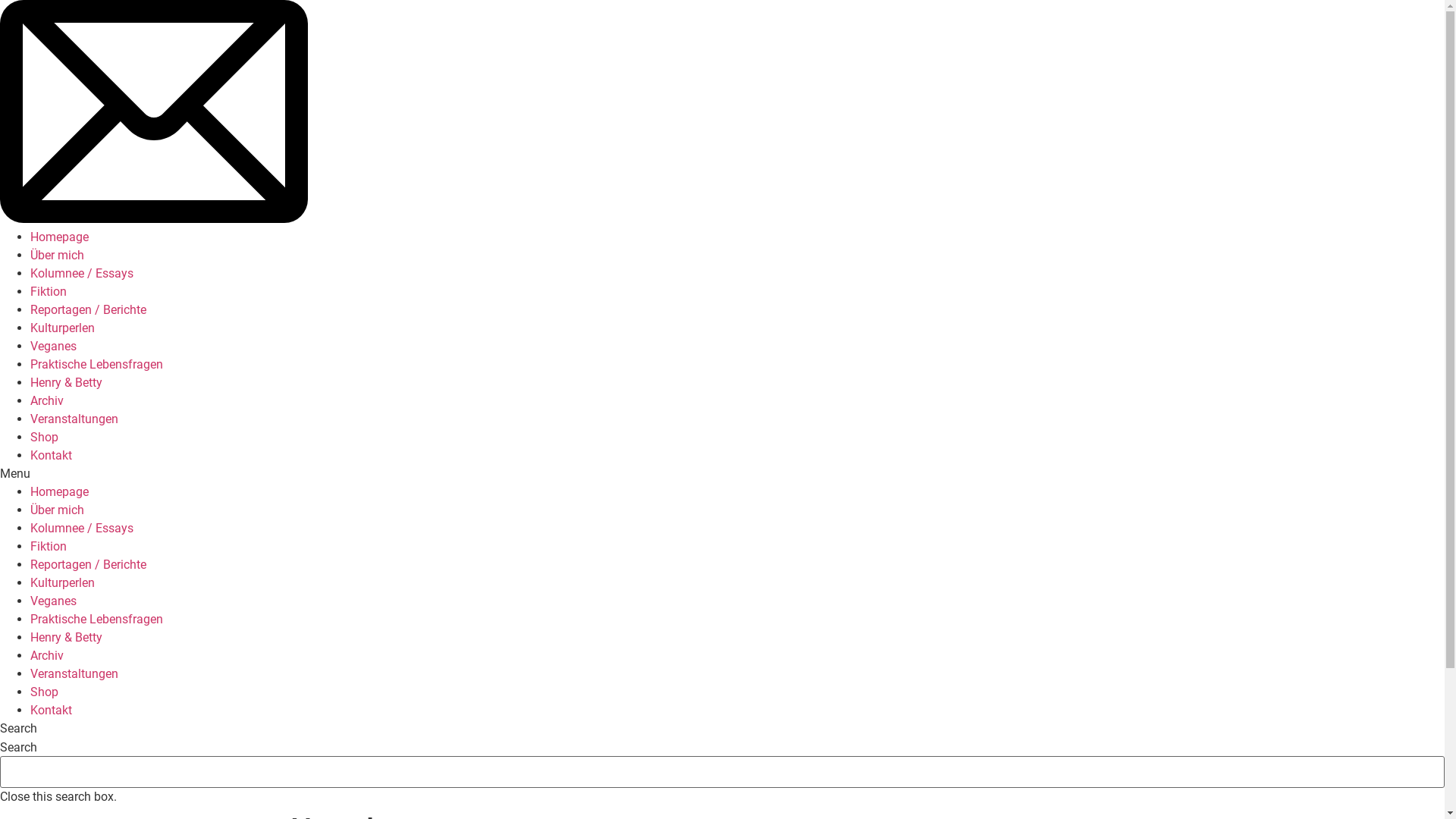 The image size is (1456, 819). Describe the element at coordinates (48, 291) in the screenshot. I see `'Fiktion'` at that location.